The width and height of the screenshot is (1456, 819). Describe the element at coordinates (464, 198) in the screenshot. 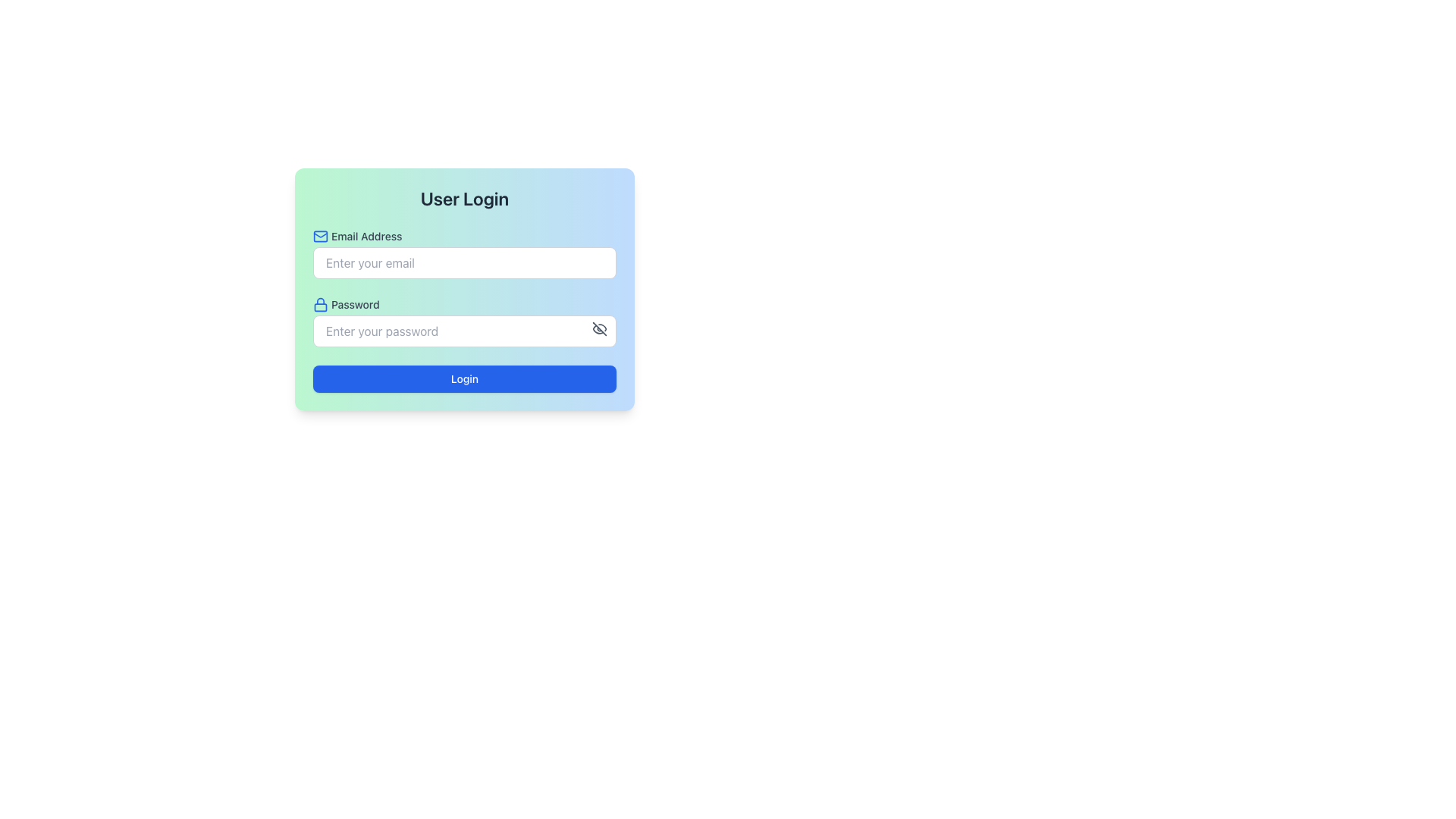

I see `the centered bold heading labeled 'User Login'` at that location.